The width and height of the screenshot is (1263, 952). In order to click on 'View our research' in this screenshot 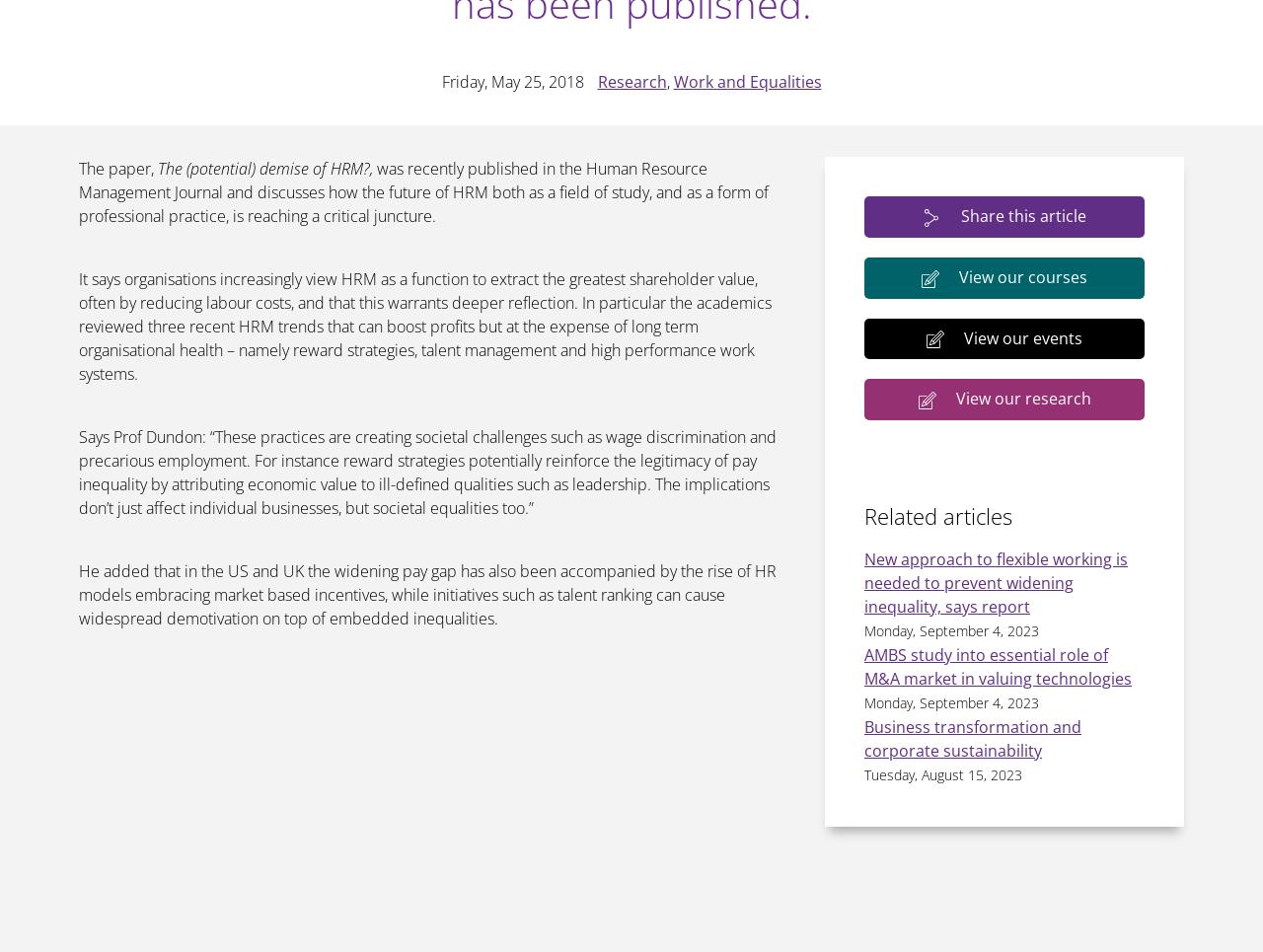, I will do `click(954, 398)`.